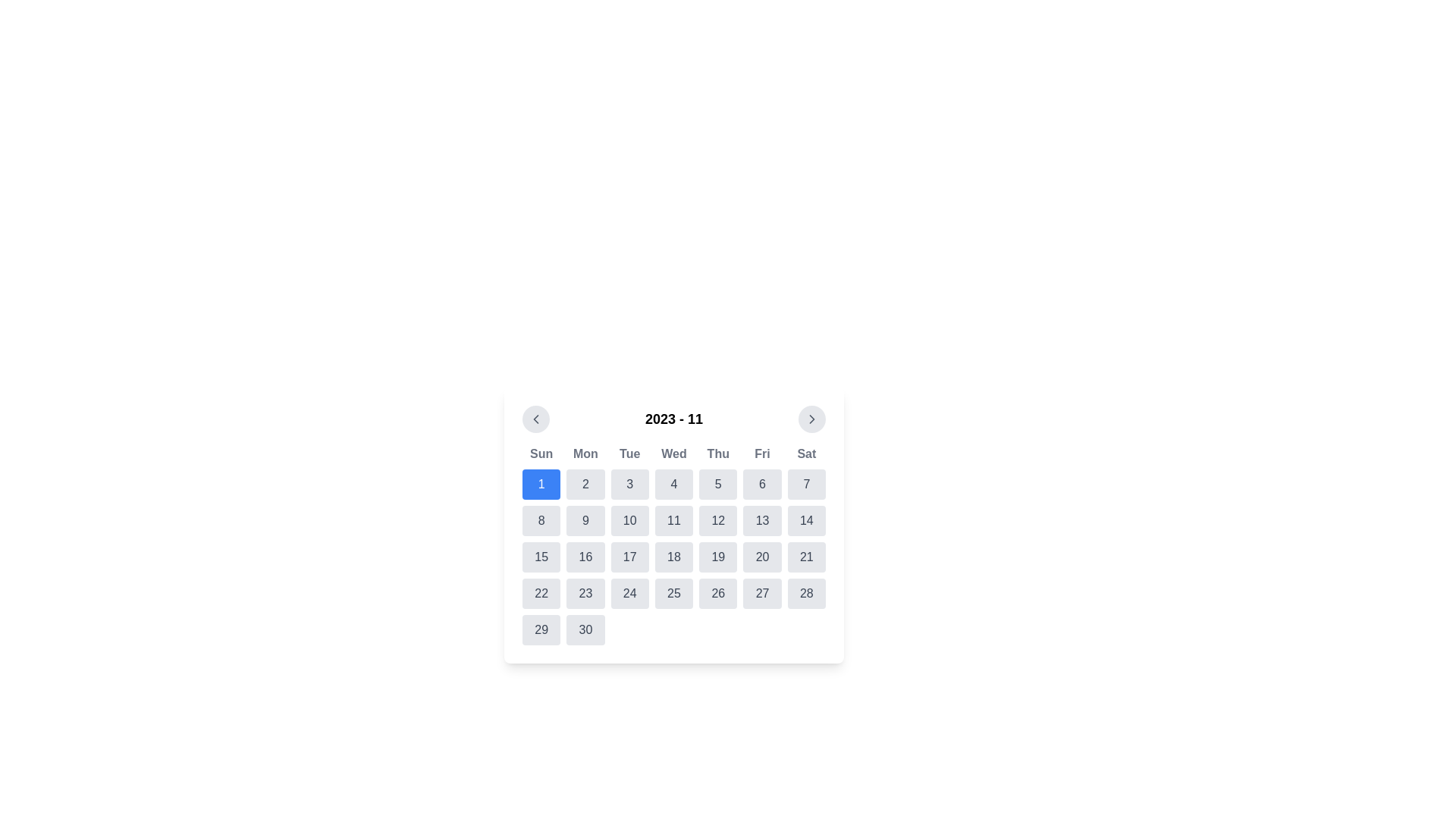 The image size is (1456, 819). What do you see at coordinates (585, 593) in the screenshot?
I see `the button labeled '23' which has a light gray background and is styled with rounded corners` at bounding box center [585, 593].